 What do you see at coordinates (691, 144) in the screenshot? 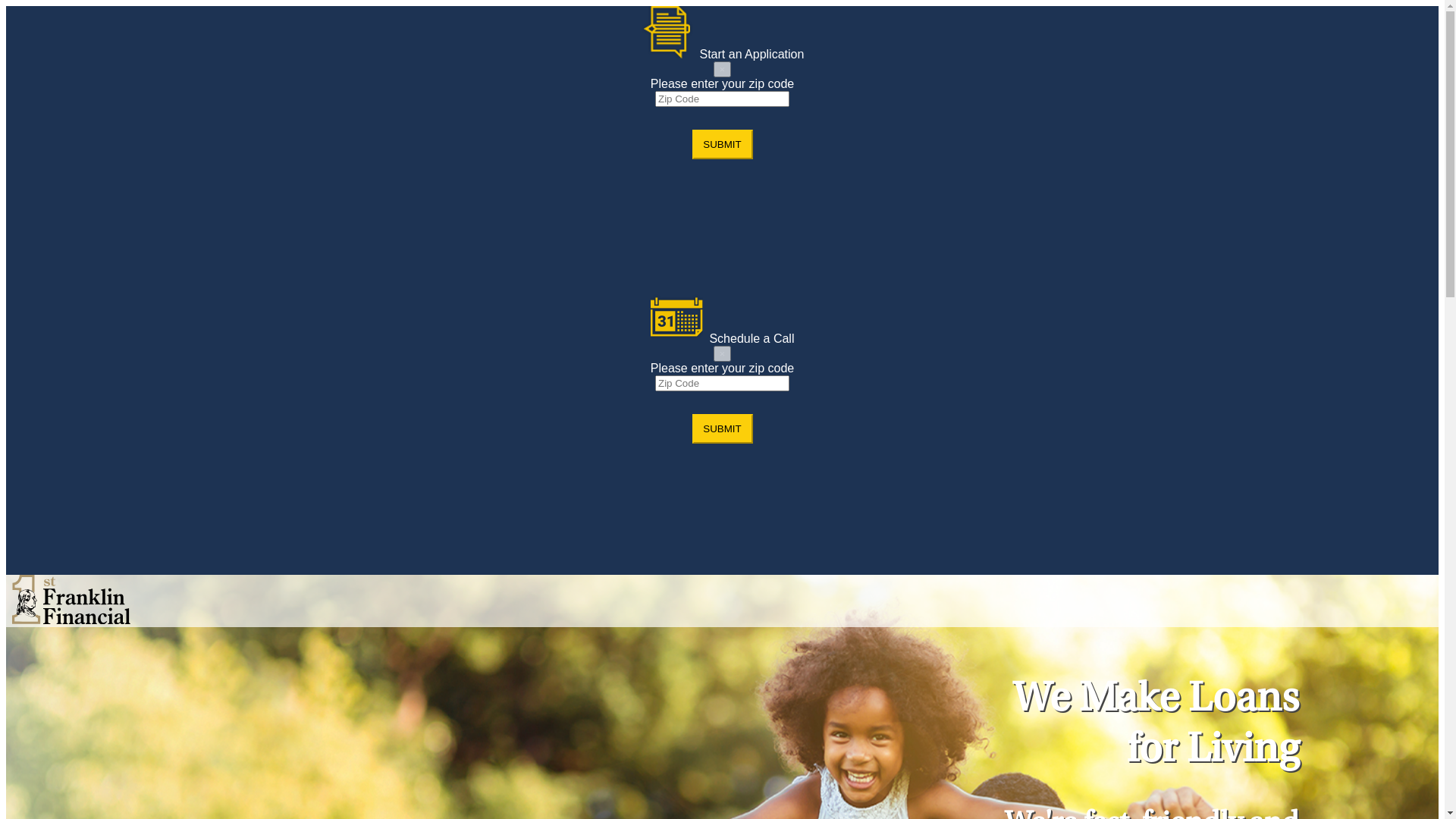
I see `'SUBMIT'` at bounding box center [691, 144].